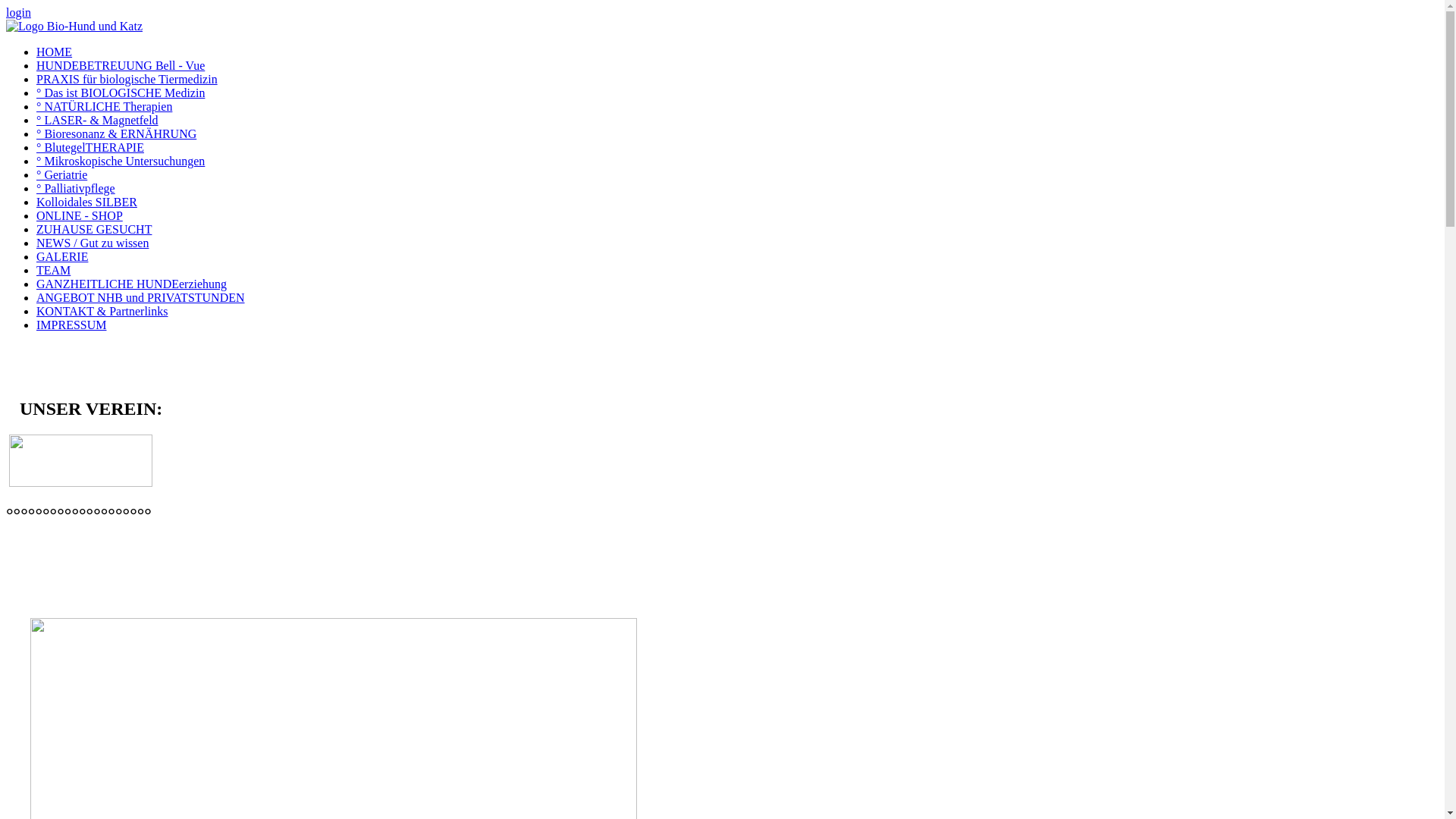  Describe the element at coordinates (93, 229) in the screenshot. I see `'ZUHAUSE GESUCHT'` at that location.